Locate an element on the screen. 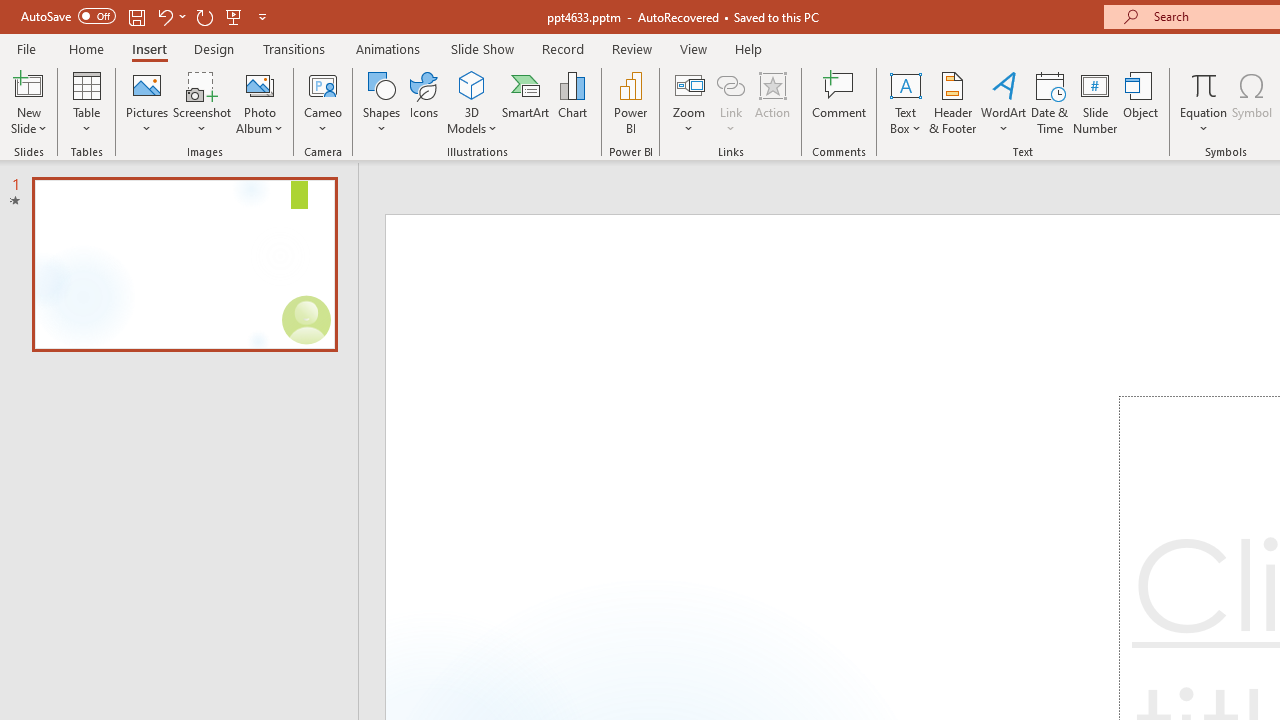 This screenshot has width=1280, height=720. 'Slide Number' is located at coordinates (1094, 103).